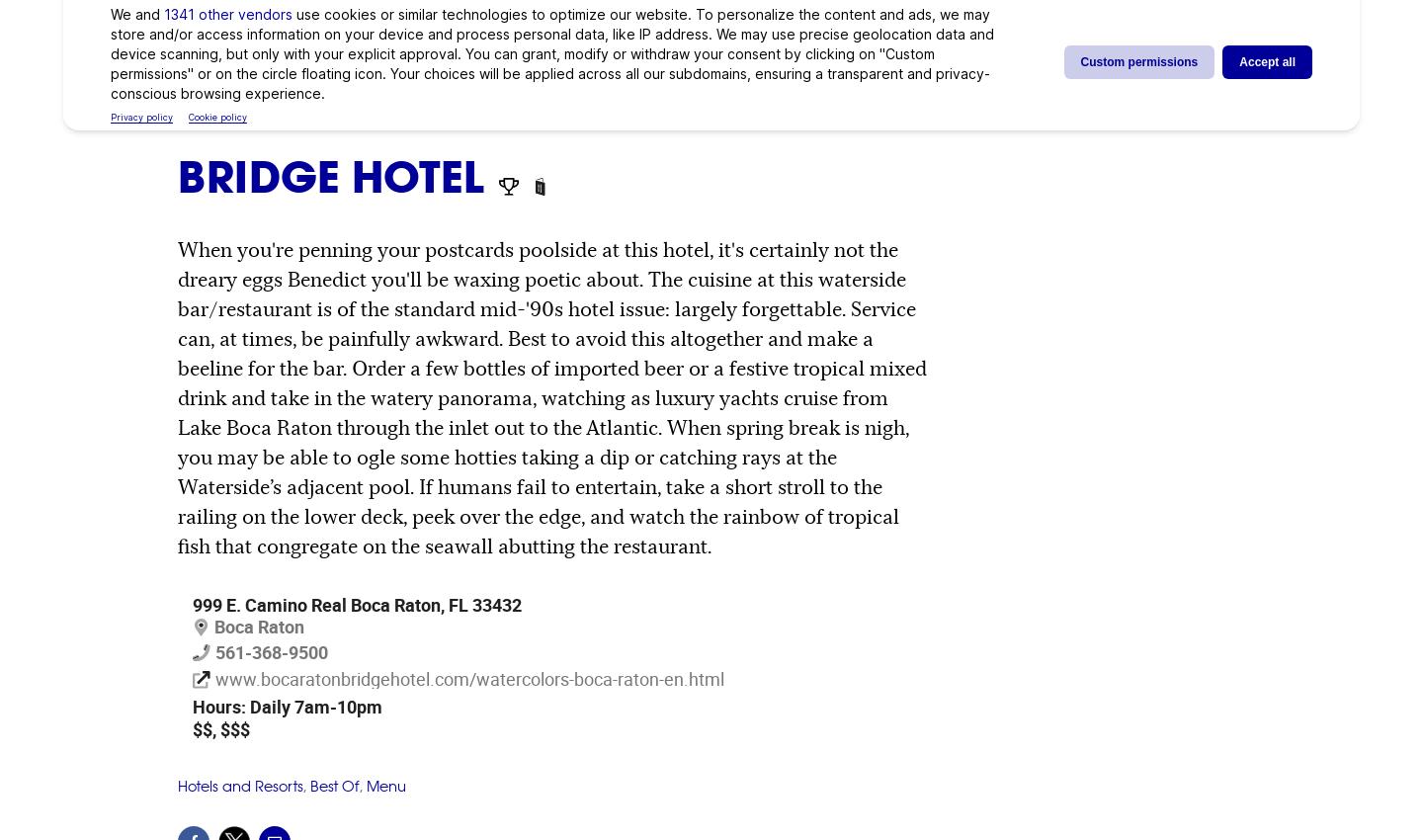 The width and height of the screenshot is (1423, 840). Describe the element at coordinates (336, 174) in the screenshot. I see `'Bridge Hotel'` at that location.